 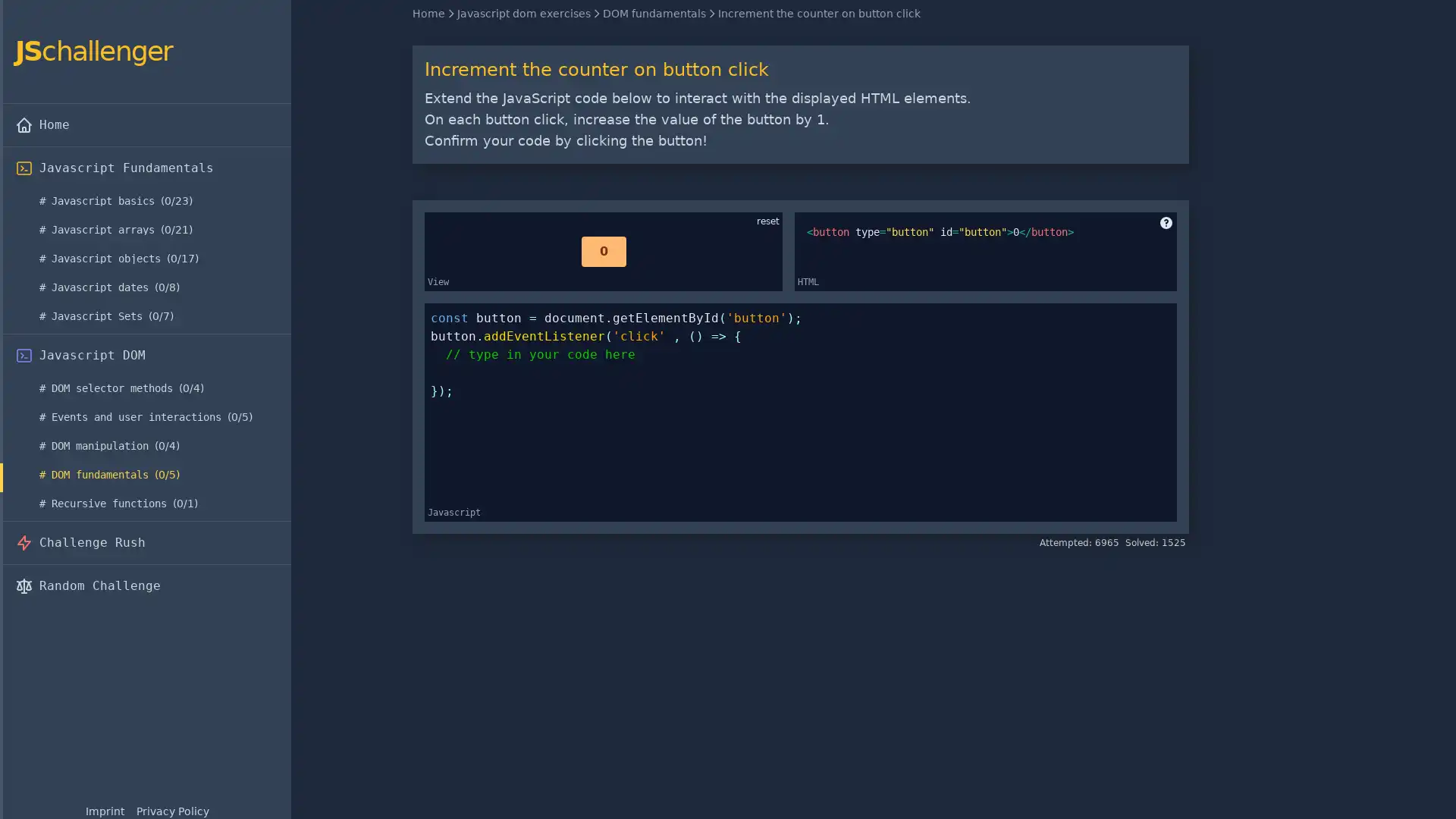 I want to click on reset, so click(x=767, y=221).